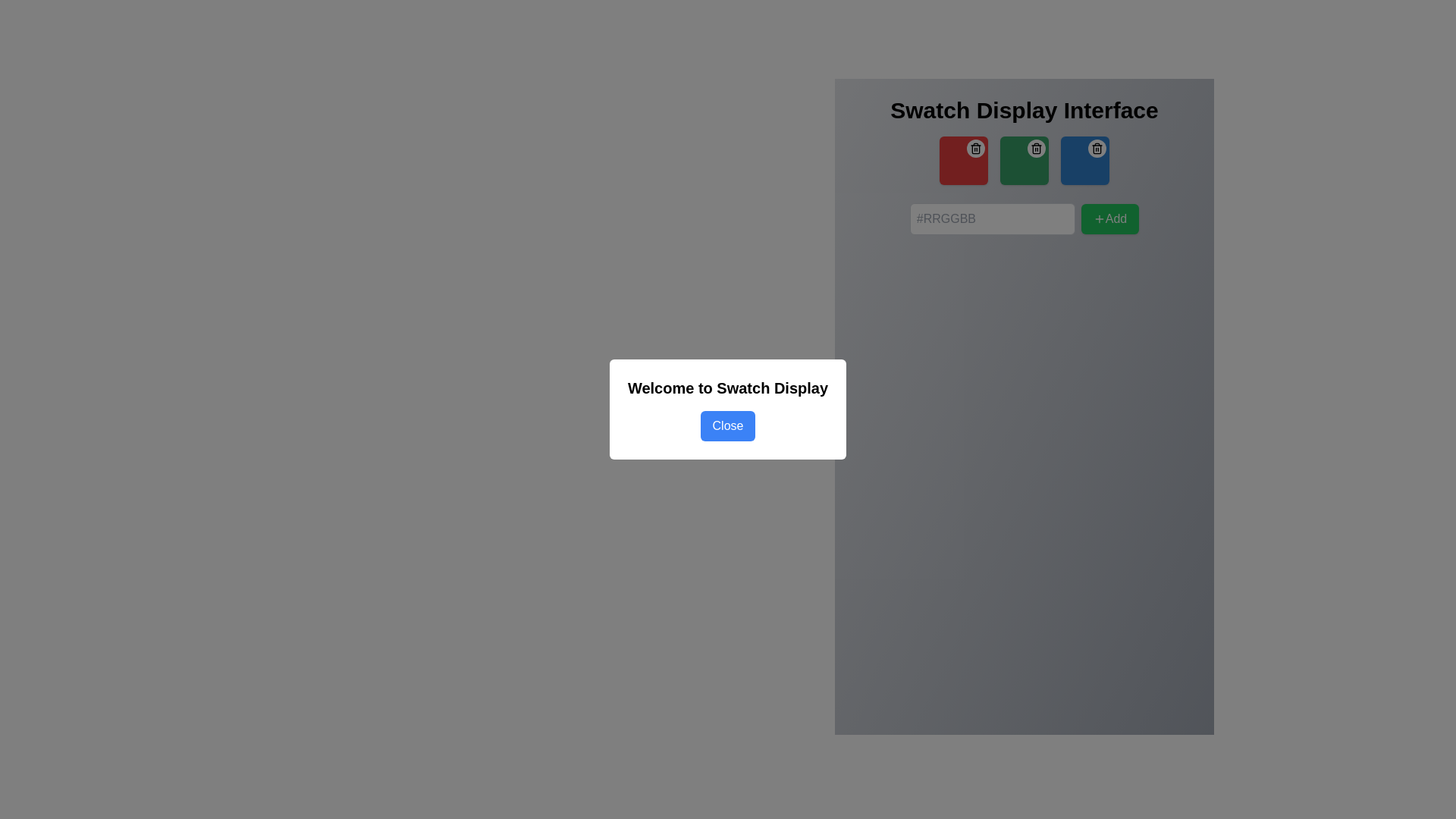 The image size is (1456, 819). I want to click on the heading 'Welcome to Swatch Display', which is styled in bold and positioned prominently within a white modal box above the blue 'Close' button, so click(728, 388).